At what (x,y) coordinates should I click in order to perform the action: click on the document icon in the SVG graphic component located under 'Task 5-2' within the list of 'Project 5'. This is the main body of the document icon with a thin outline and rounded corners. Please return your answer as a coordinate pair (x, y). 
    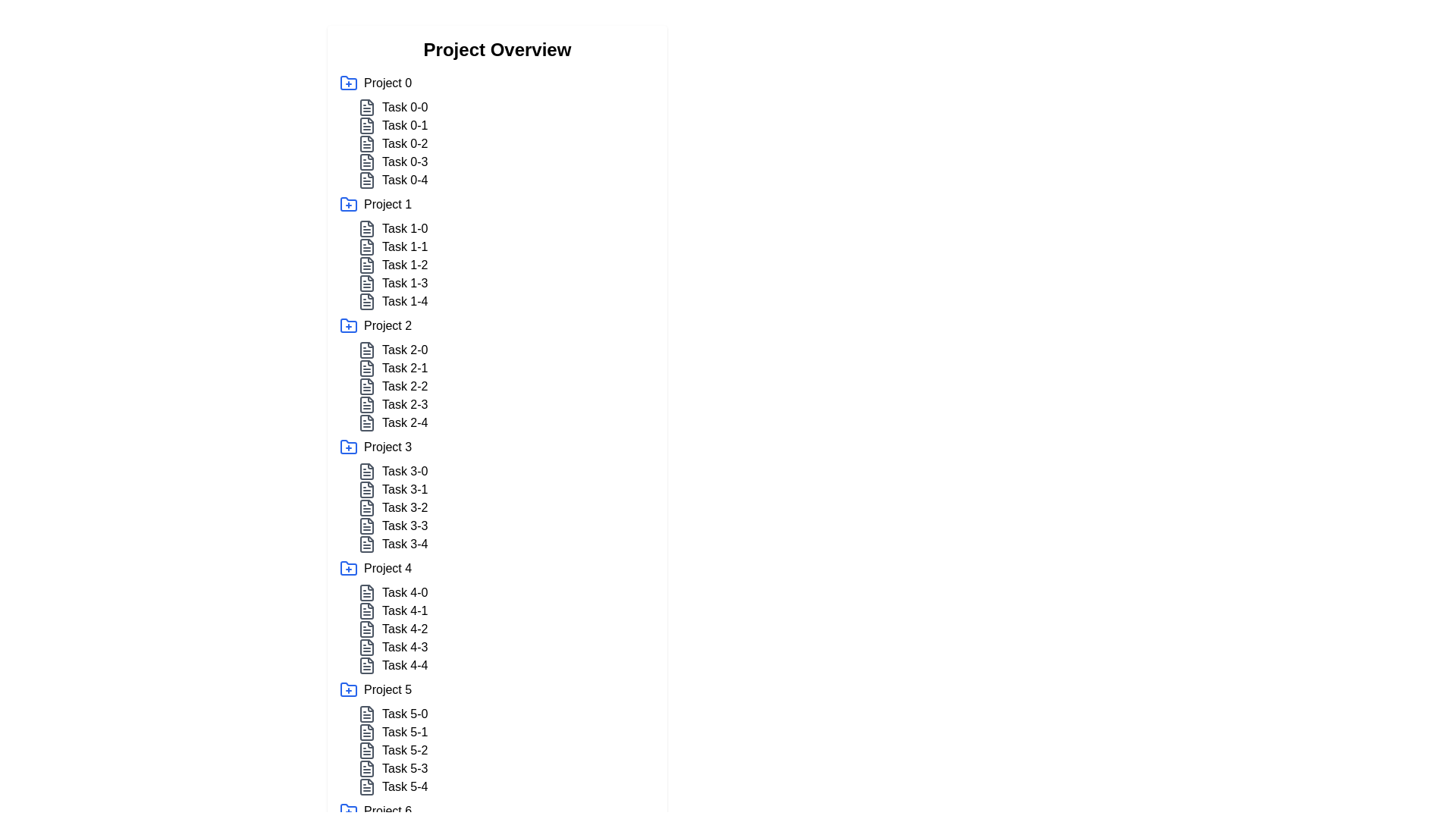
    Looking at the image, I should click on (367, 751).